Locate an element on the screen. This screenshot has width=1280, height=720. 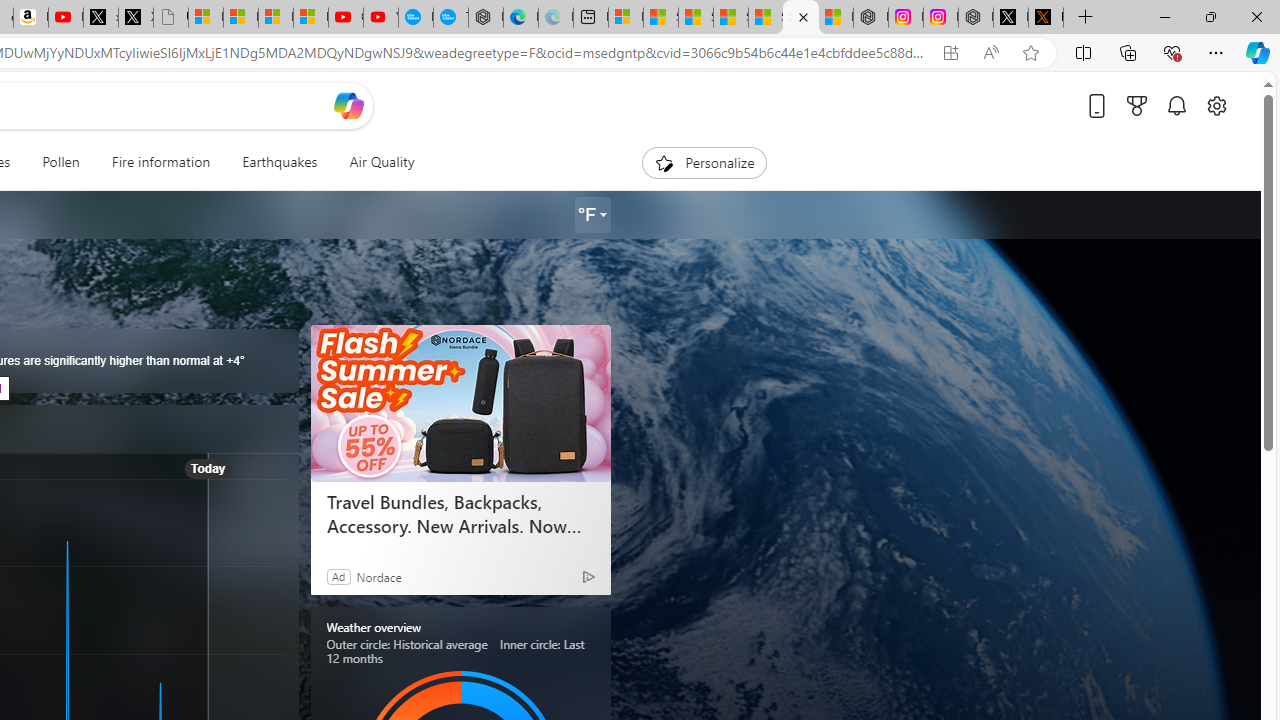
'Weather settings' is located at coordinates (591, 215).